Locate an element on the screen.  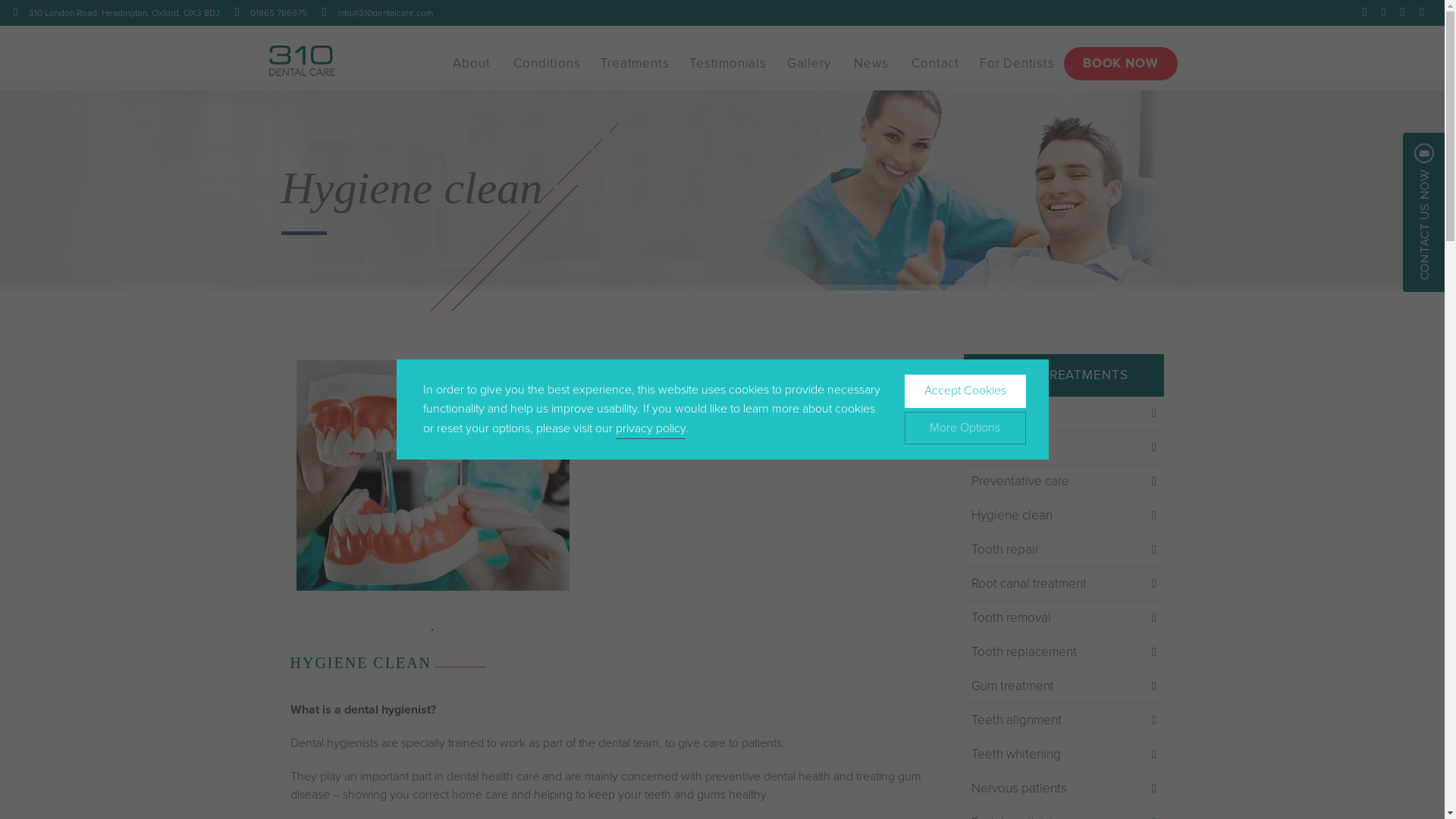
'Hygiene clean' is located at coordinates (1062, 515).